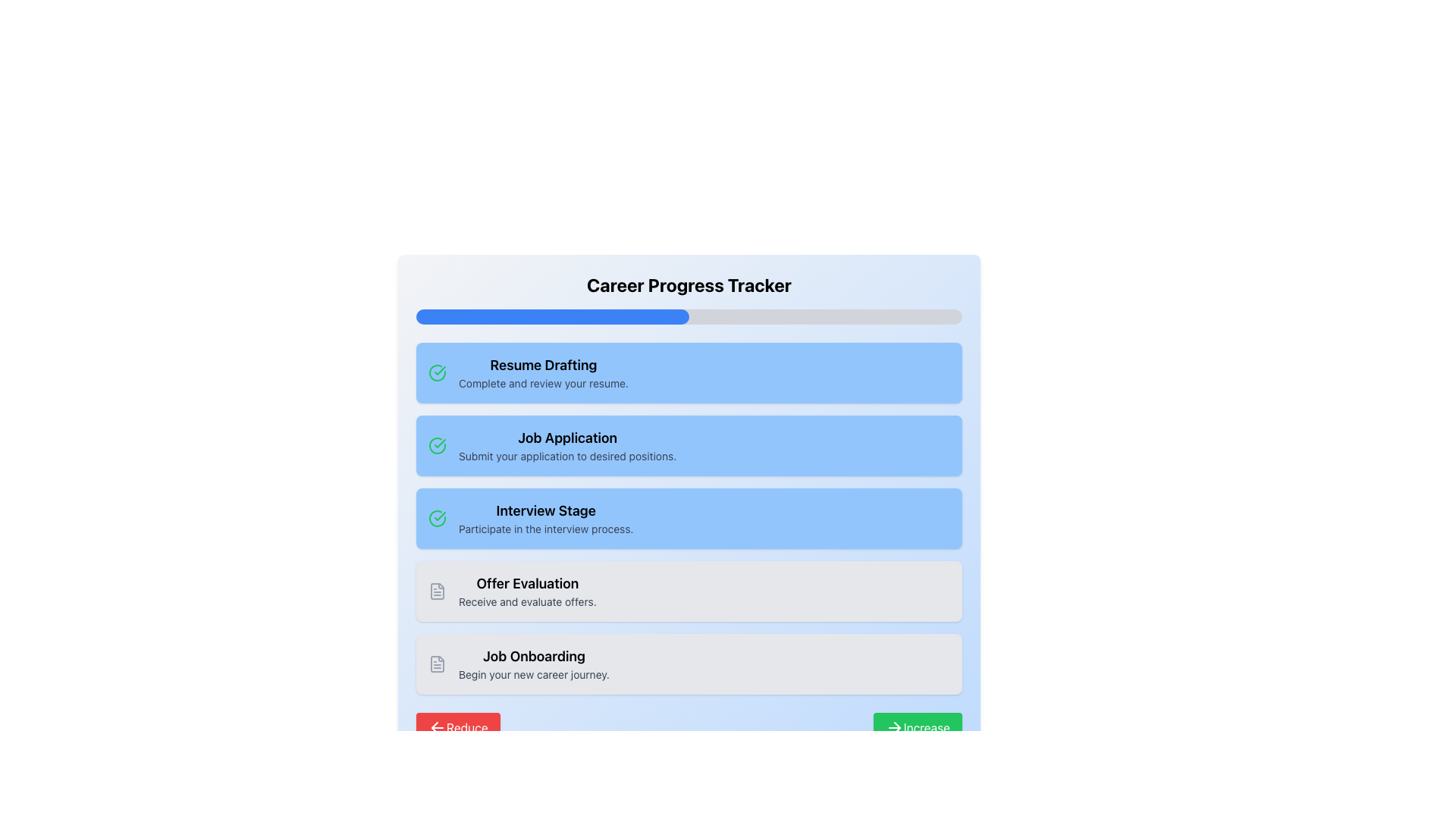 This screenshot has width=1456, height=819. I want to click on the 'Offer Evaluation' informational panel to possibly navigate to more details about offers, so click(688, 590).